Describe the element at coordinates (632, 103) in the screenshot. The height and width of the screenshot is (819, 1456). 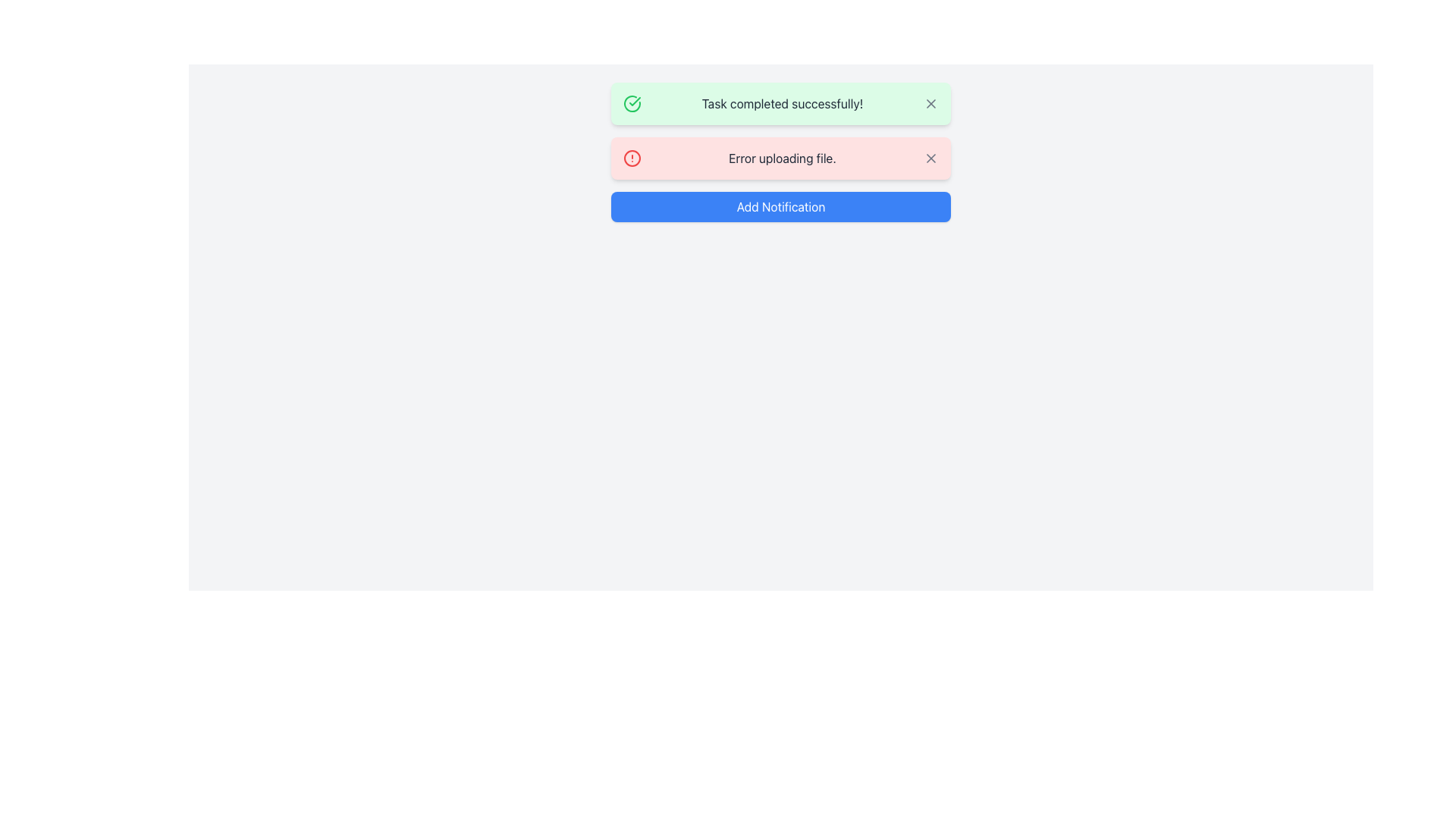
I see `the circular green checkmark icon located at the far left of the green notification banner that indicates 'Task completed successfully!'` at that location.